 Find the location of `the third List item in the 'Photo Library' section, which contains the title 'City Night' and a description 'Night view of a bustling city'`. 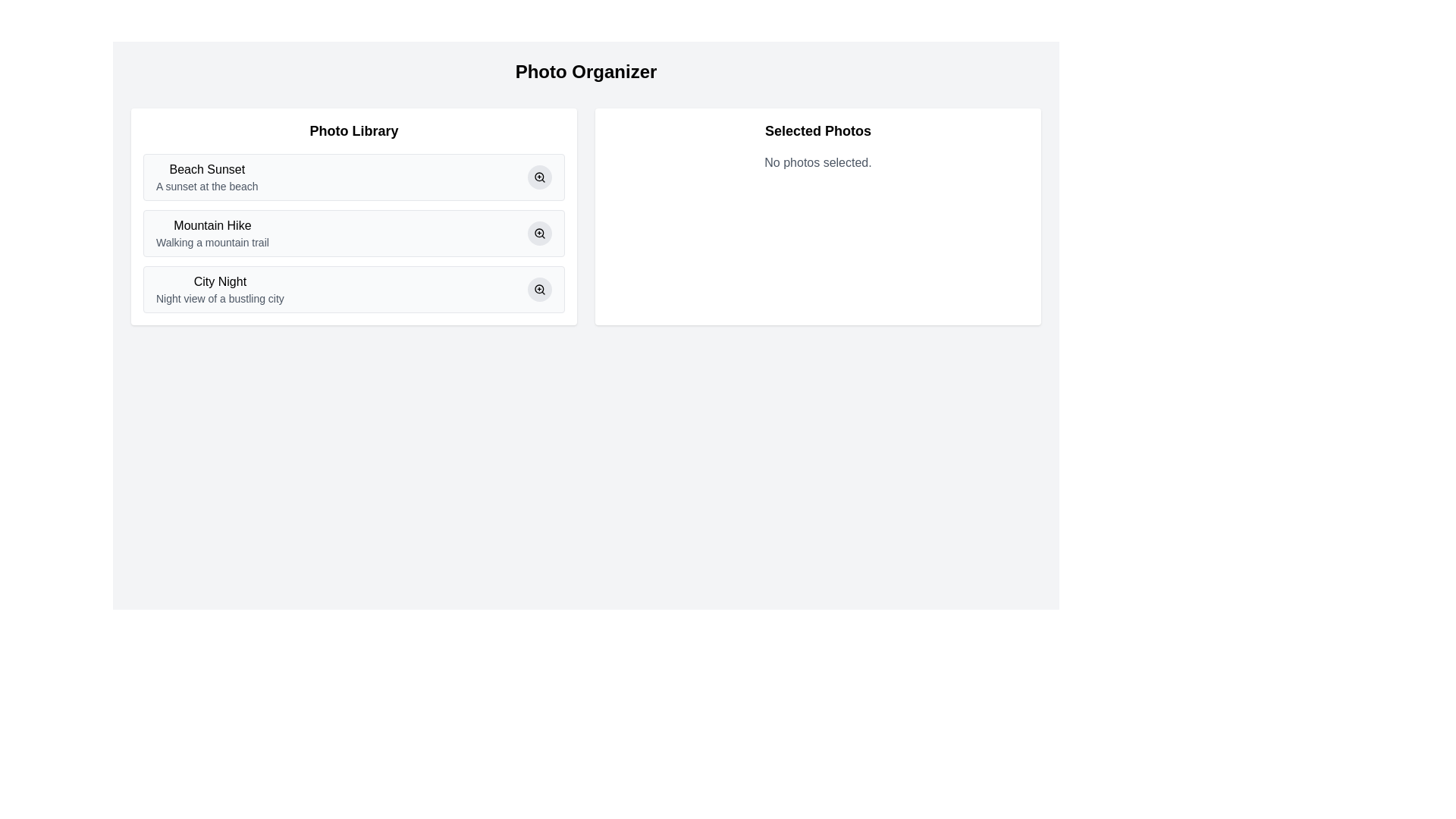

the third List item in the 'Photo Library' section, which contains the title 'City Night' and a description 'Night view of a bustling city' is located at coordinates (219, 289).